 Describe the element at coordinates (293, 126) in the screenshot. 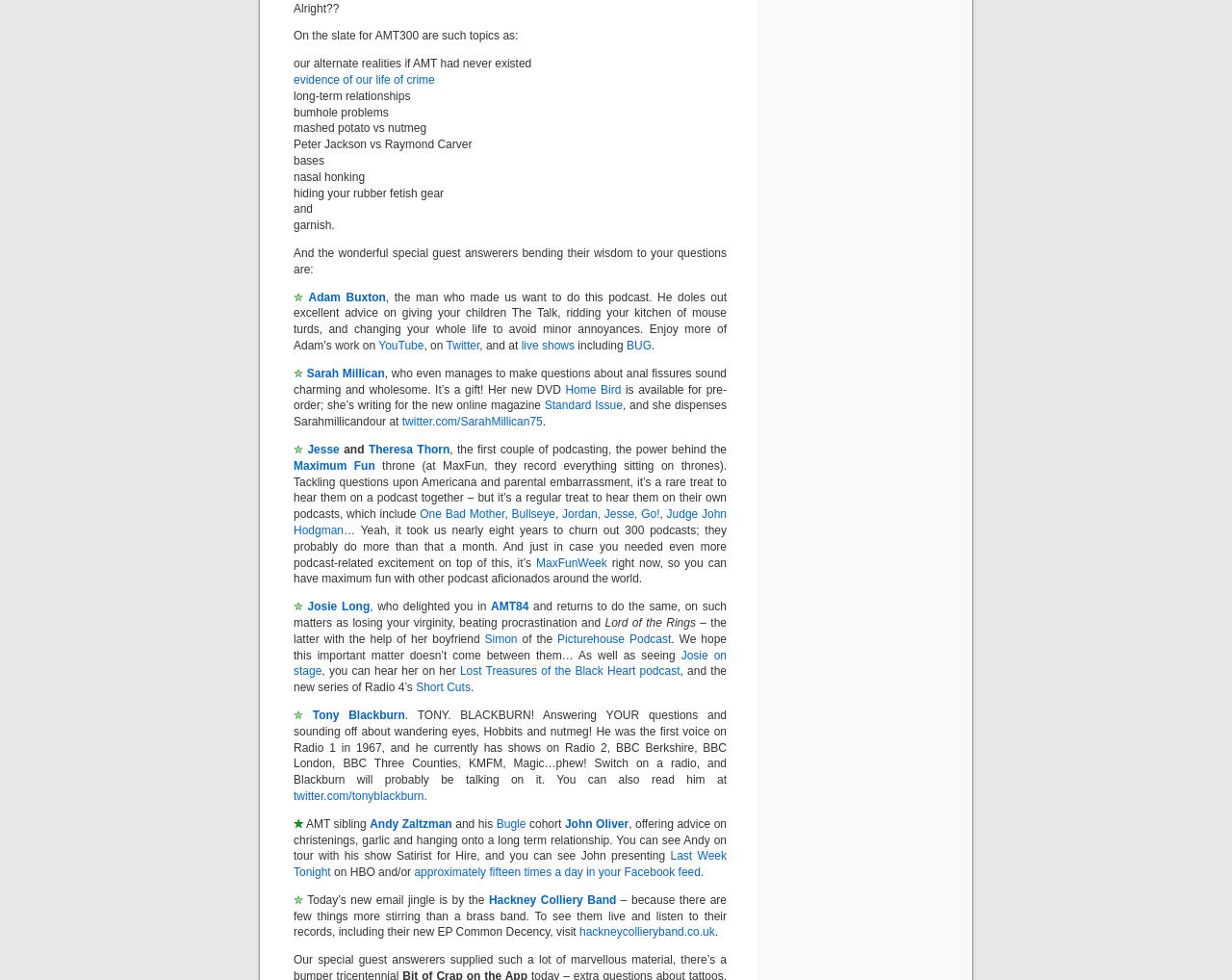

I see `'mashed potato vs nutmeg'` at that location.